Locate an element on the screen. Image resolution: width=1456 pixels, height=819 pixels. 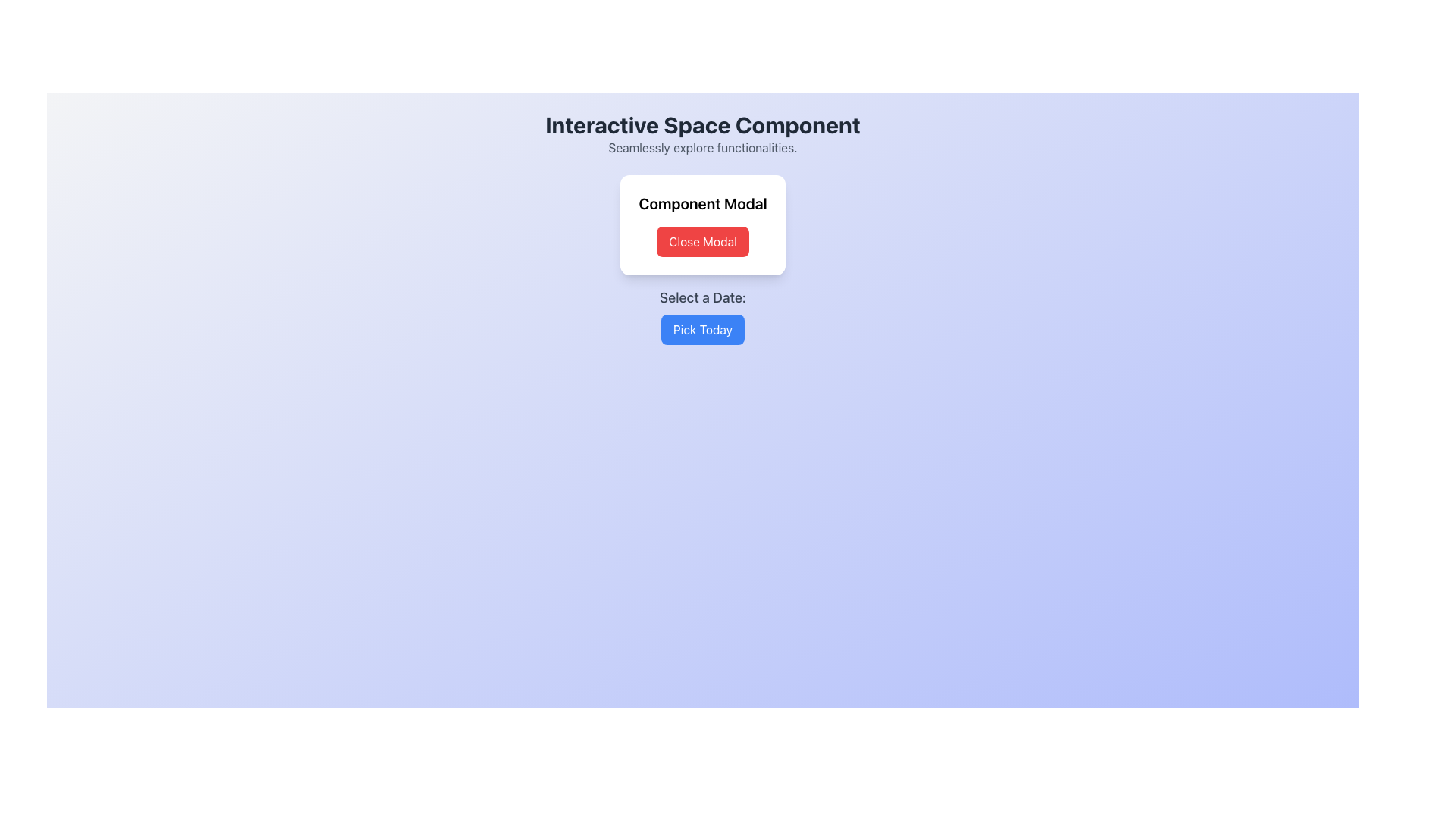
the red rectangular button labeled 'Close Modal' with rounded corners, located below the black text 'Component Modal' in the white modal is located at coordinates (701, 241).